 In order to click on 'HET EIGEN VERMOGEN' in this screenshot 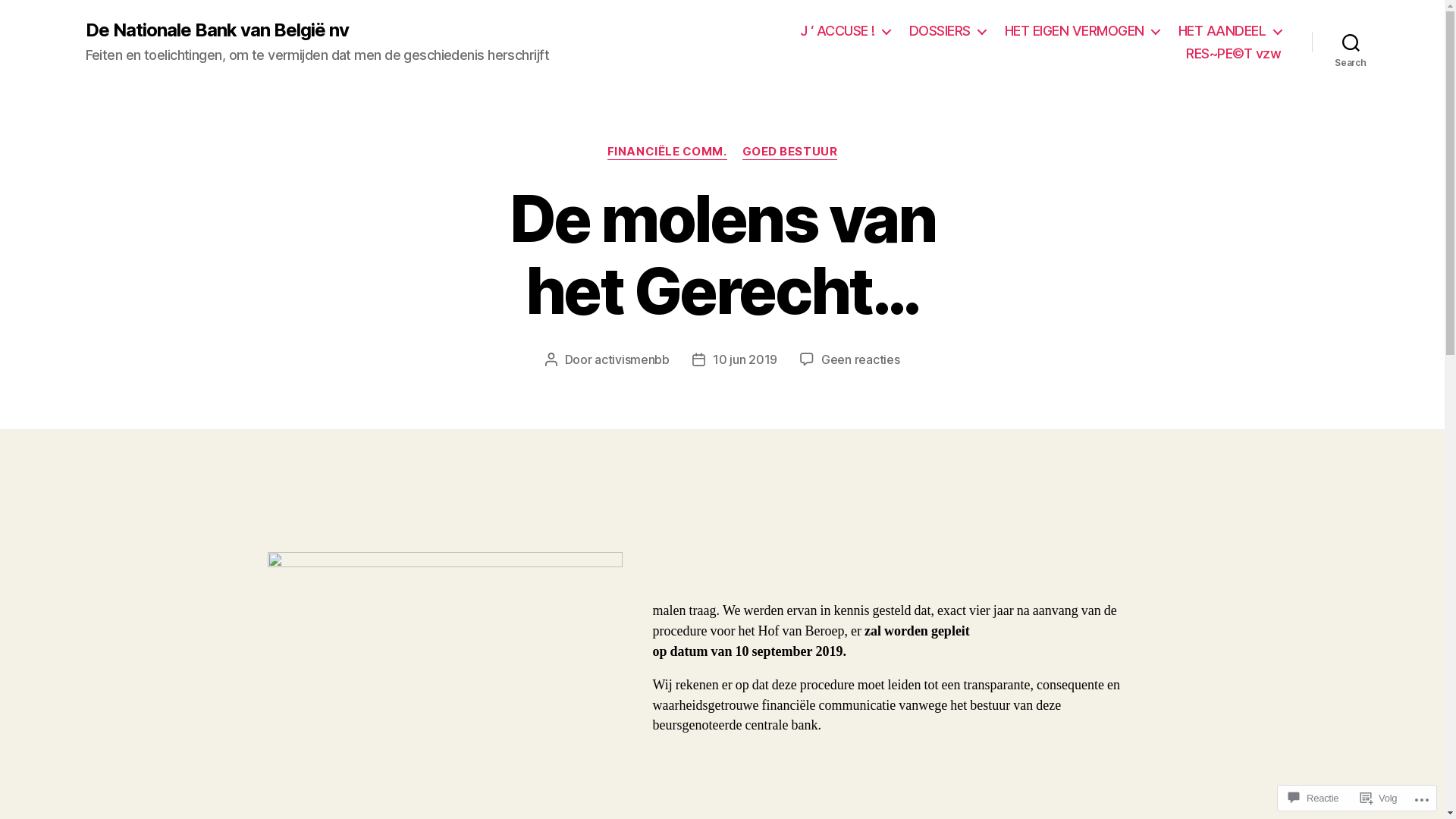, I will do `click(1081, 31)`.